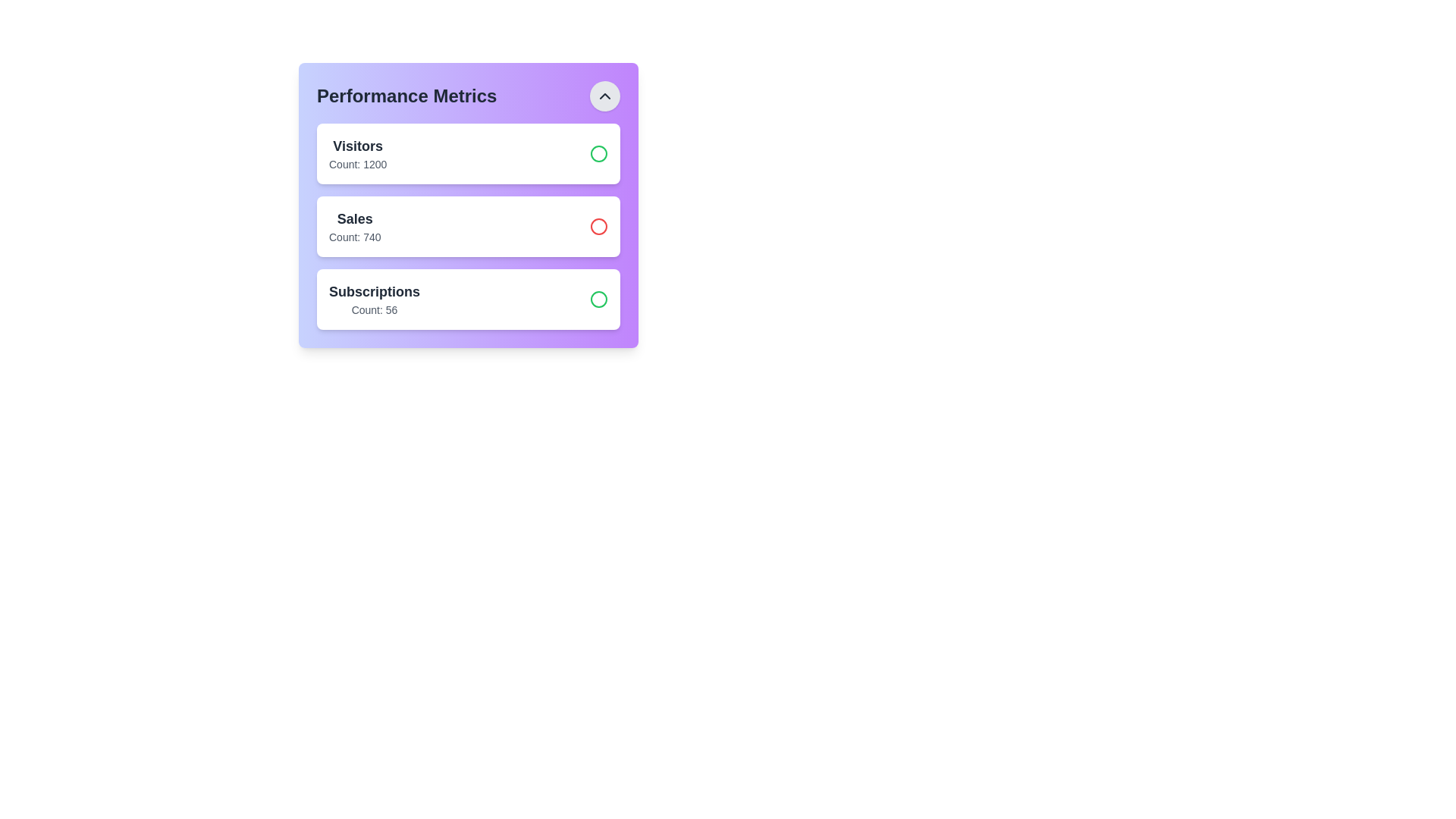 This screenshot has width=1456, height=819. What do you see at coordinates (468, 154) in the screenshot?
I see `the stat item for Visitors` at bounding box center [468, 154].